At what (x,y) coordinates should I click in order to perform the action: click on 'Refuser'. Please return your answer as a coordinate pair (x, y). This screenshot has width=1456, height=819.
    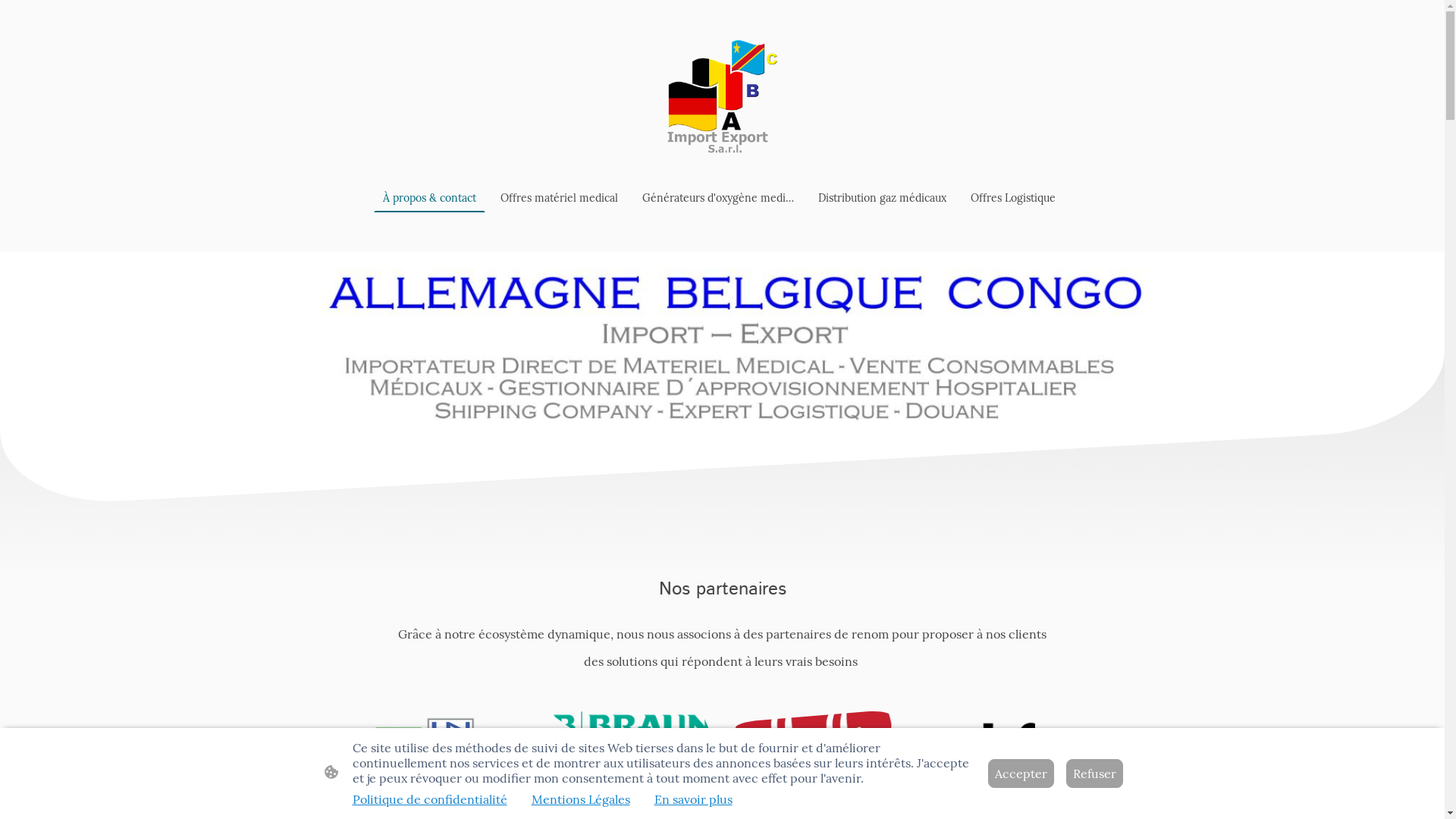
    Looking at the image, I should click on (1094, 773).